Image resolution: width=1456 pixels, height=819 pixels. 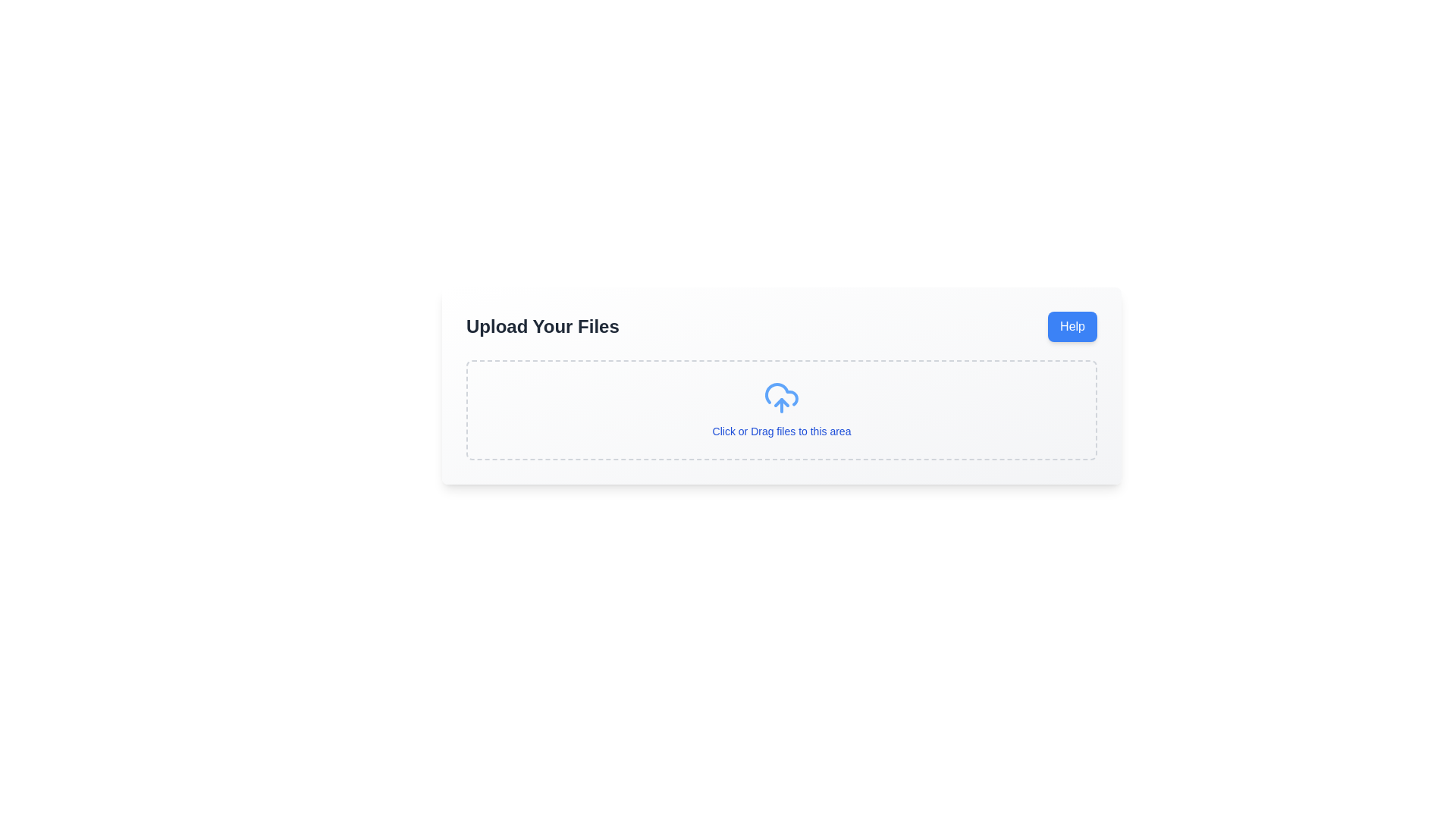 I want to click on text heading labeled 'Upload Your Files', which is a bold and large font on the left side of the header section, so click(x=542, y=326).